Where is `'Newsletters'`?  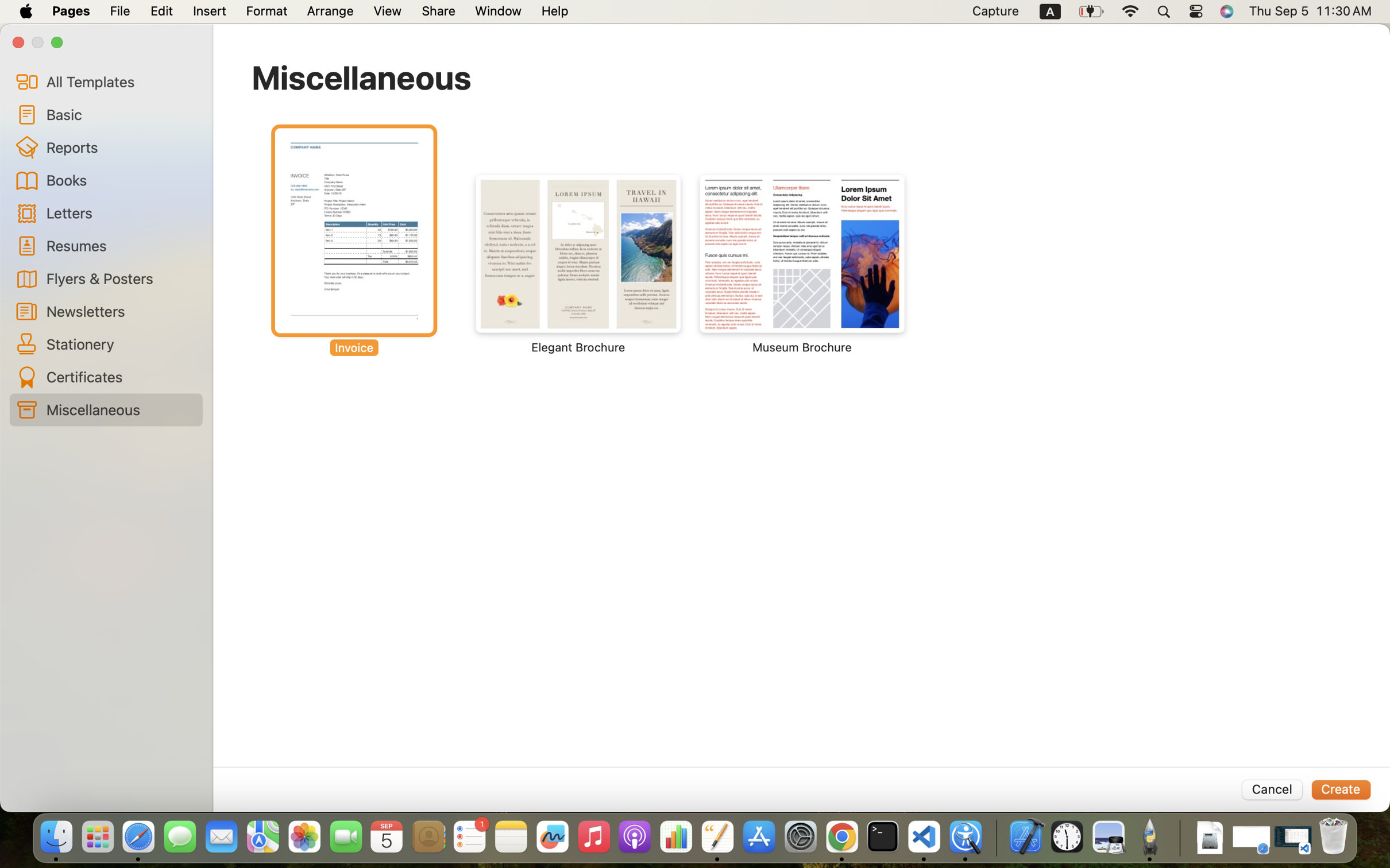 'Newsletters' is located at coordinates (119, 310).